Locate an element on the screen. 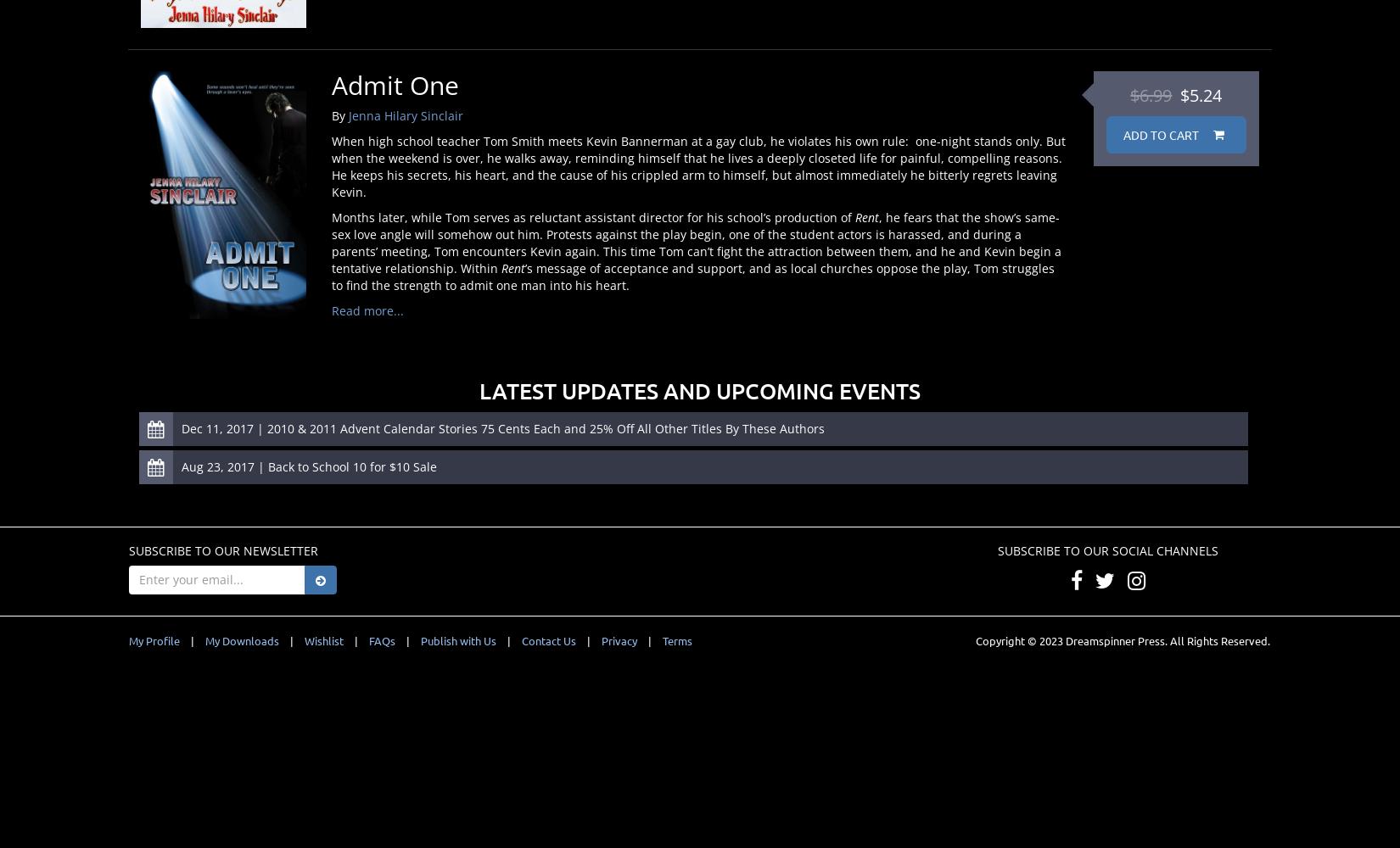  'Subscribe to our Newsletter' is located at coordinates (223, 550).